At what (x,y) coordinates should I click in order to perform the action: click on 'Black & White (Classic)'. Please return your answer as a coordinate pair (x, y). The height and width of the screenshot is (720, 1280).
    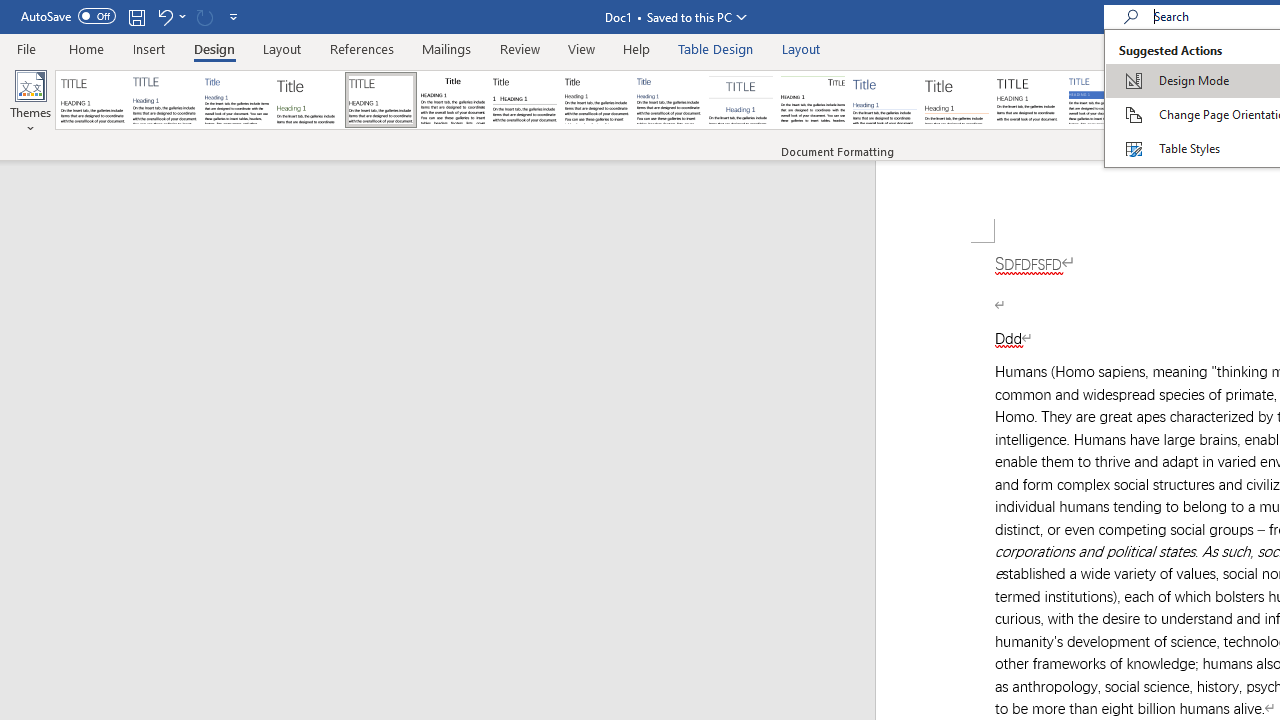
    Looking at the image, I should click on (452, 100).